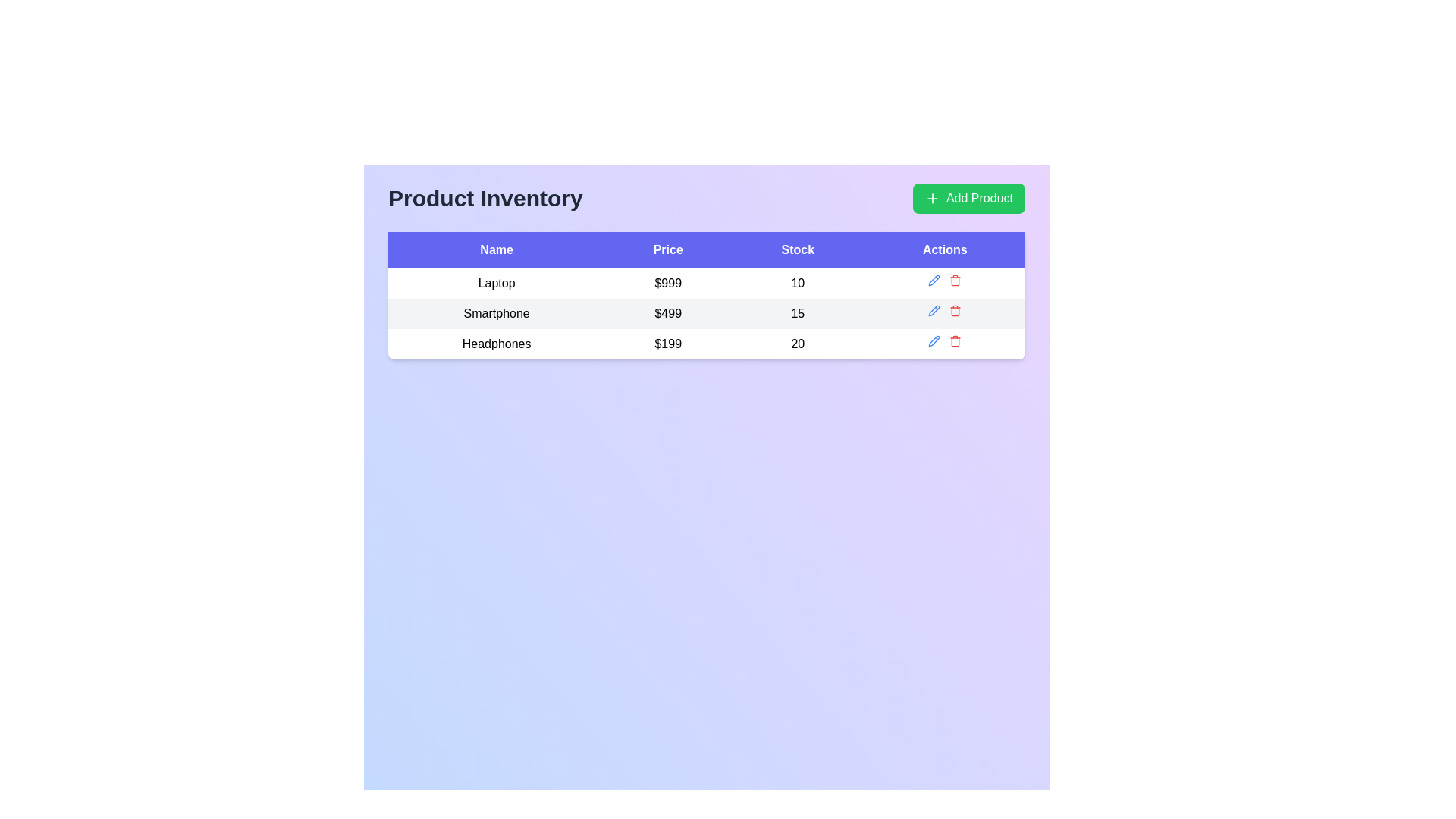 This screenshot has height=819, width=1456. Describe the element at coordinates (934, 309) in the screenshot. I see `the blue pencil-shaped icon representing the edit button in the 'Actions' column for the product 'Smartphone'` at that location.